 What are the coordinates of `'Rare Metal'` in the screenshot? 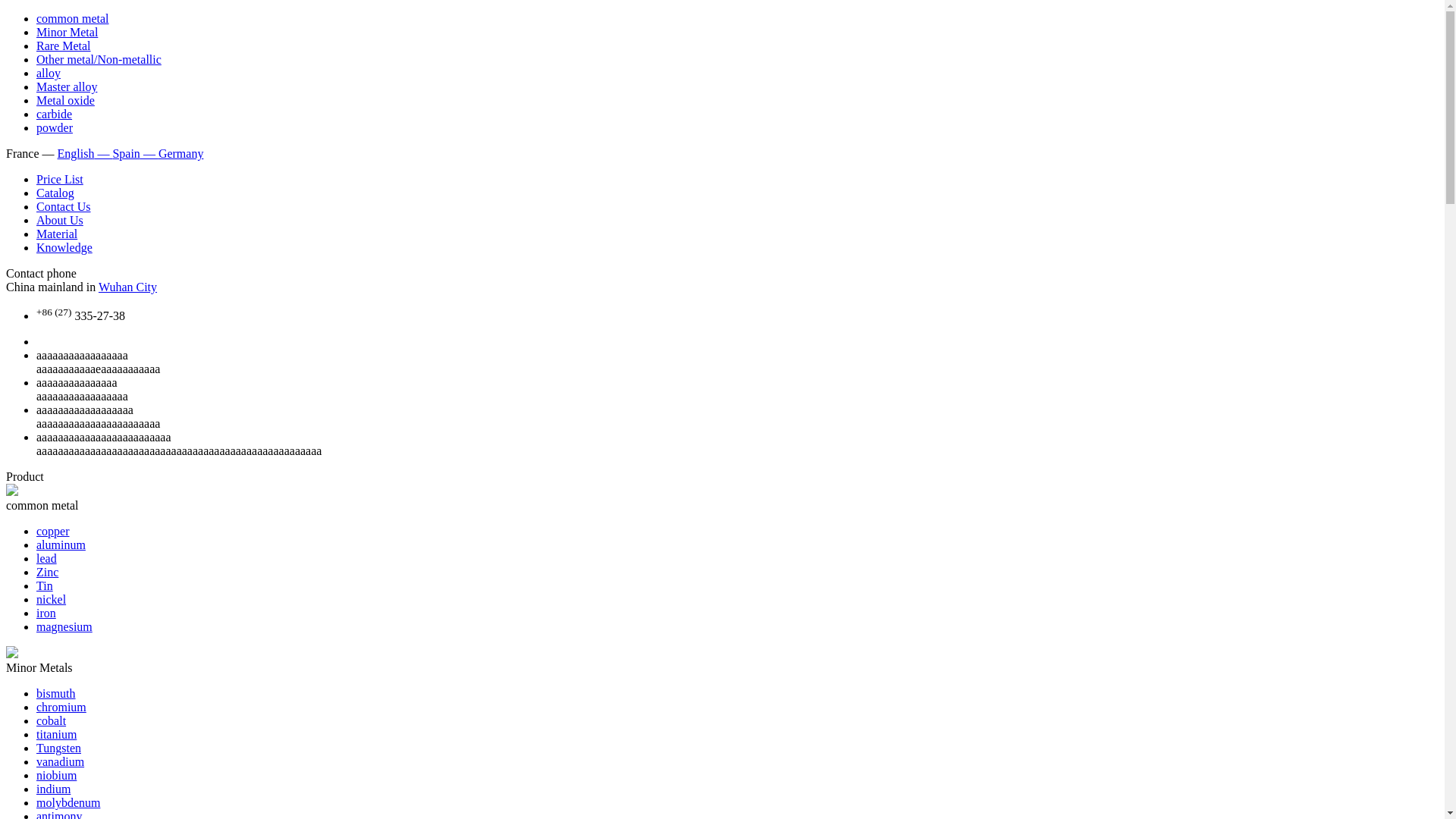 It's located at (62, 45).